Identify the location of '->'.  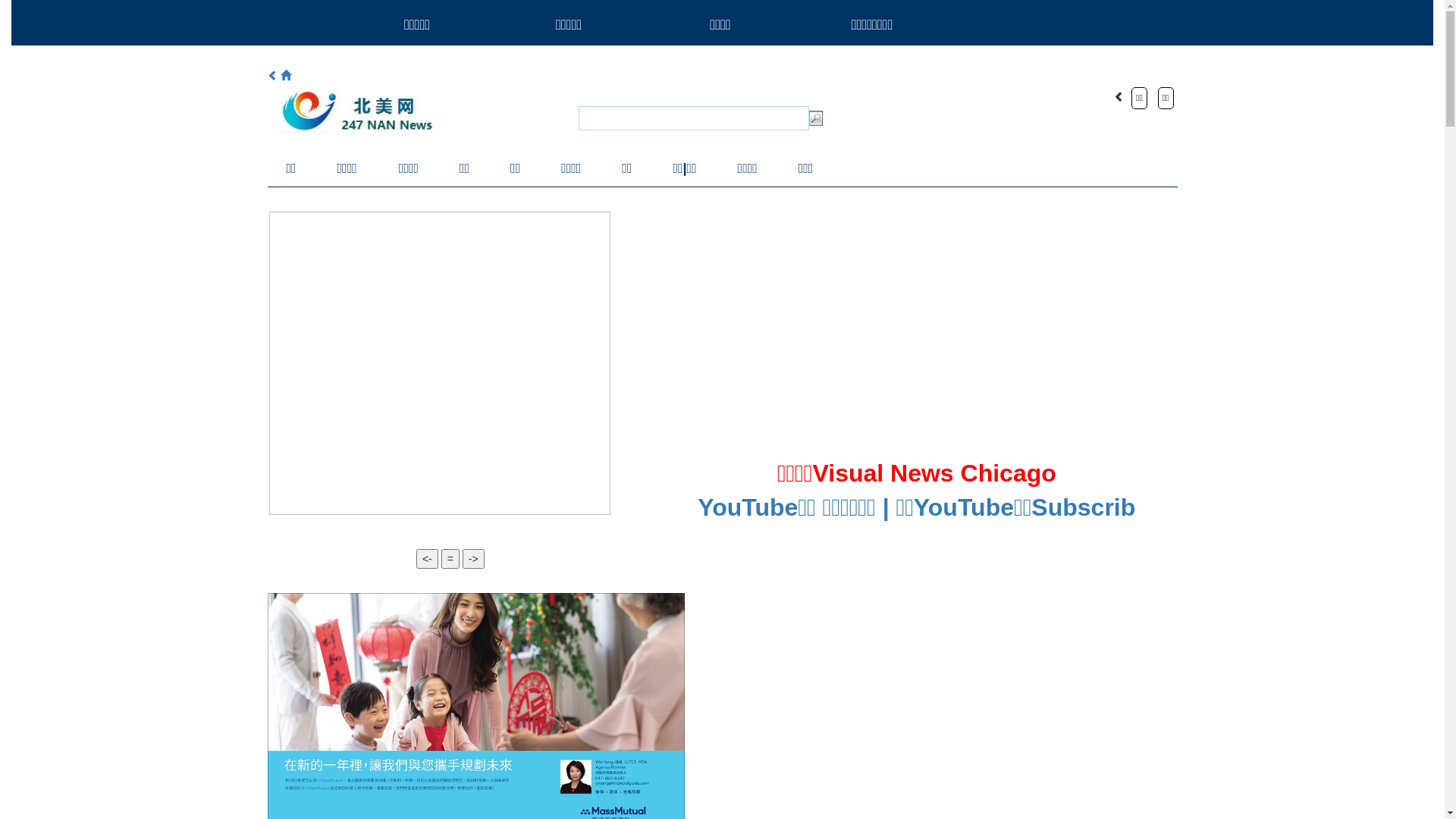
(472, 558).